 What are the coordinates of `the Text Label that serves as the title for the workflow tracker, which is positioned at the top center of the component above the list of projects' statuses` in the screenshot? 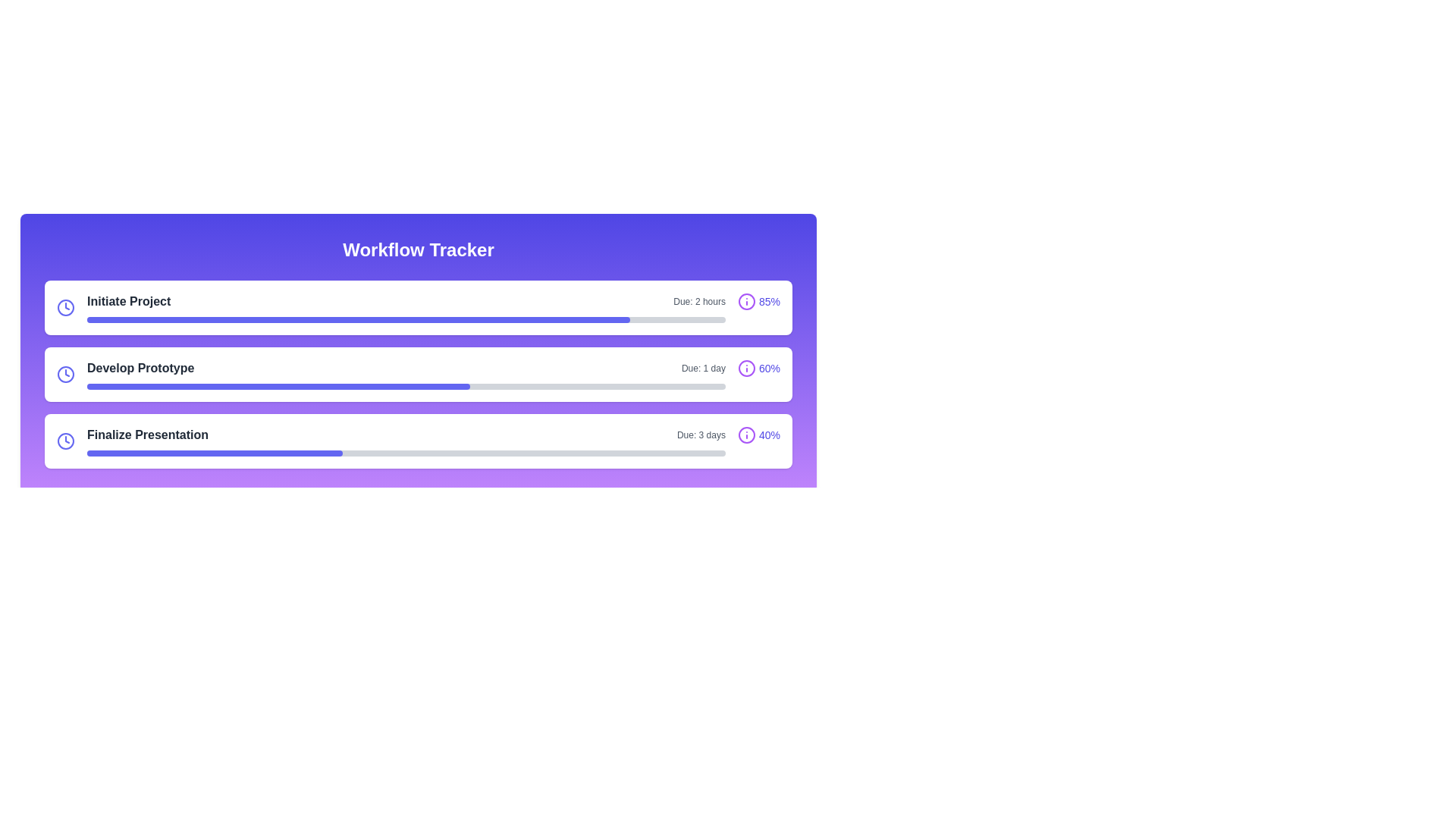 It's located at (419, 249).